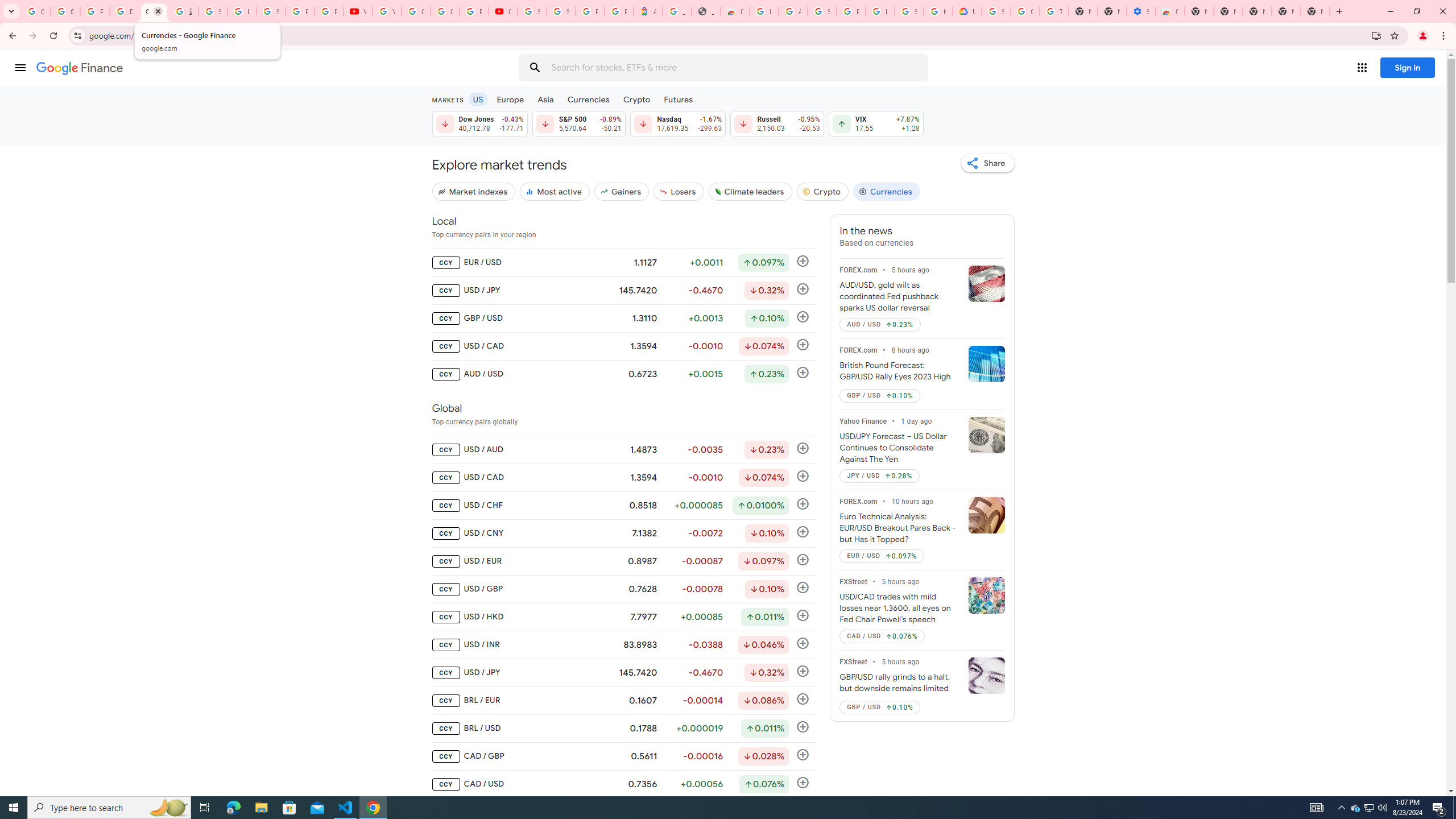  I want to click on 'CCY USD / AUD 1.4873 -0.0035 Down by 0.21% Follow', so click(623, 449).